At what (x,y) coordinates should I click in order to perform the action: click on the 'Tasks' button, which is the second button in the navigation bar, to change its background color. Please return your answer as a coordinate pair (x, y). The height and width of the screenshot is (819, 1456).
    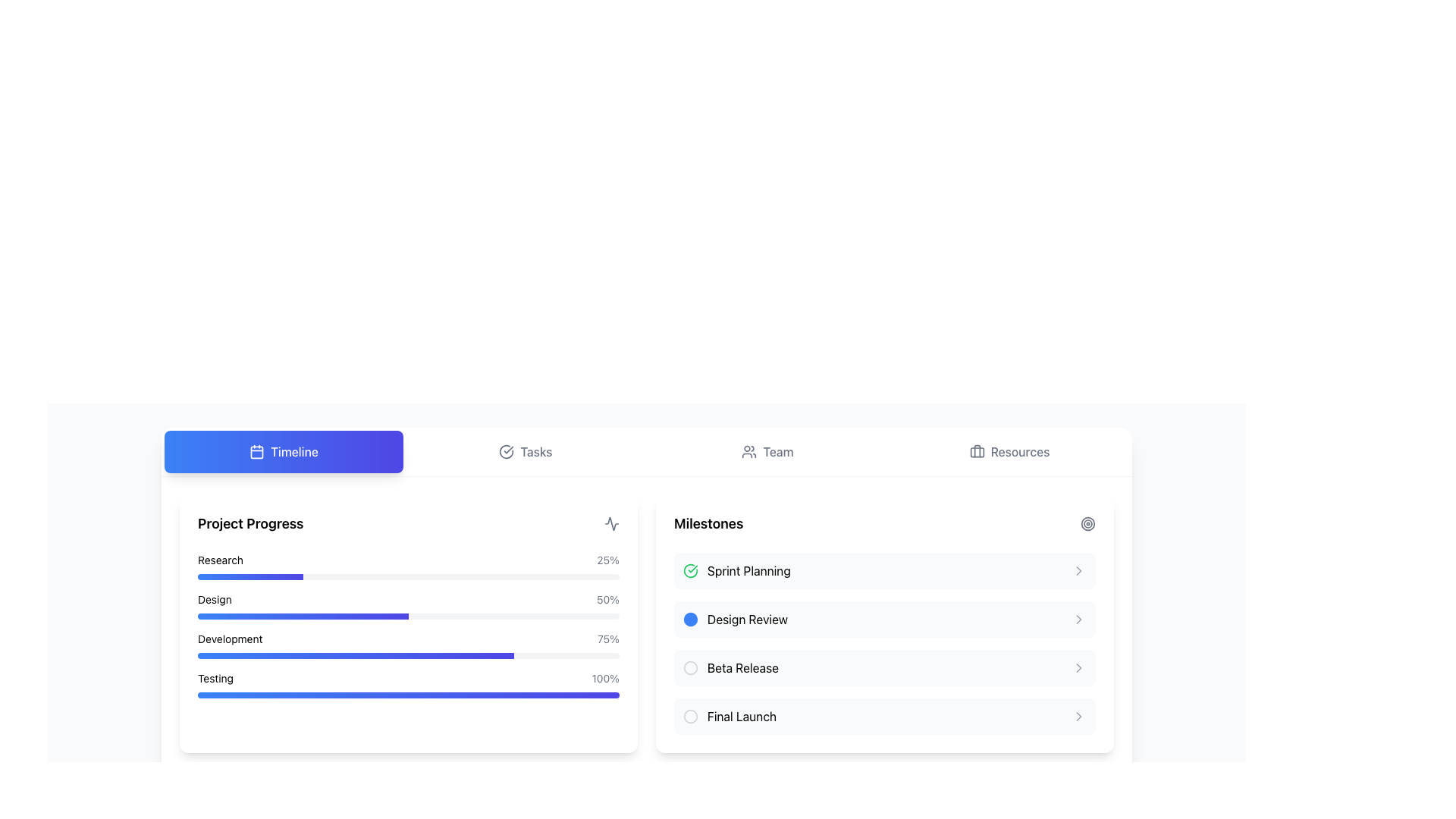
    Looking at the image, I should click on (526, 451).